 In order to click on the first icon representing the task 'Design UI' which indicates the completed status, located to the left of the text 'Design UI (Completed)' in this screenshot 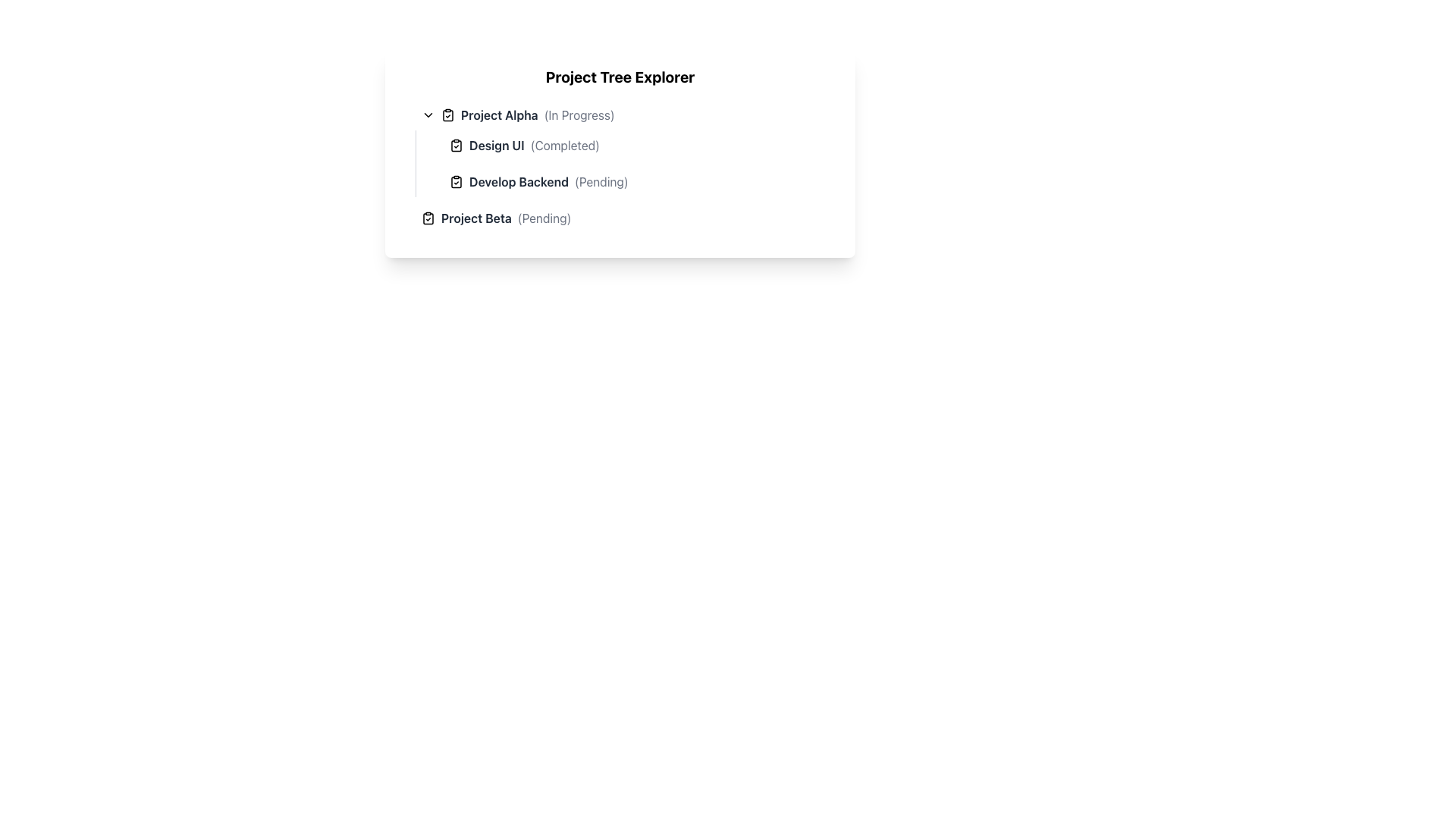, I will do `click(455, 146)`.